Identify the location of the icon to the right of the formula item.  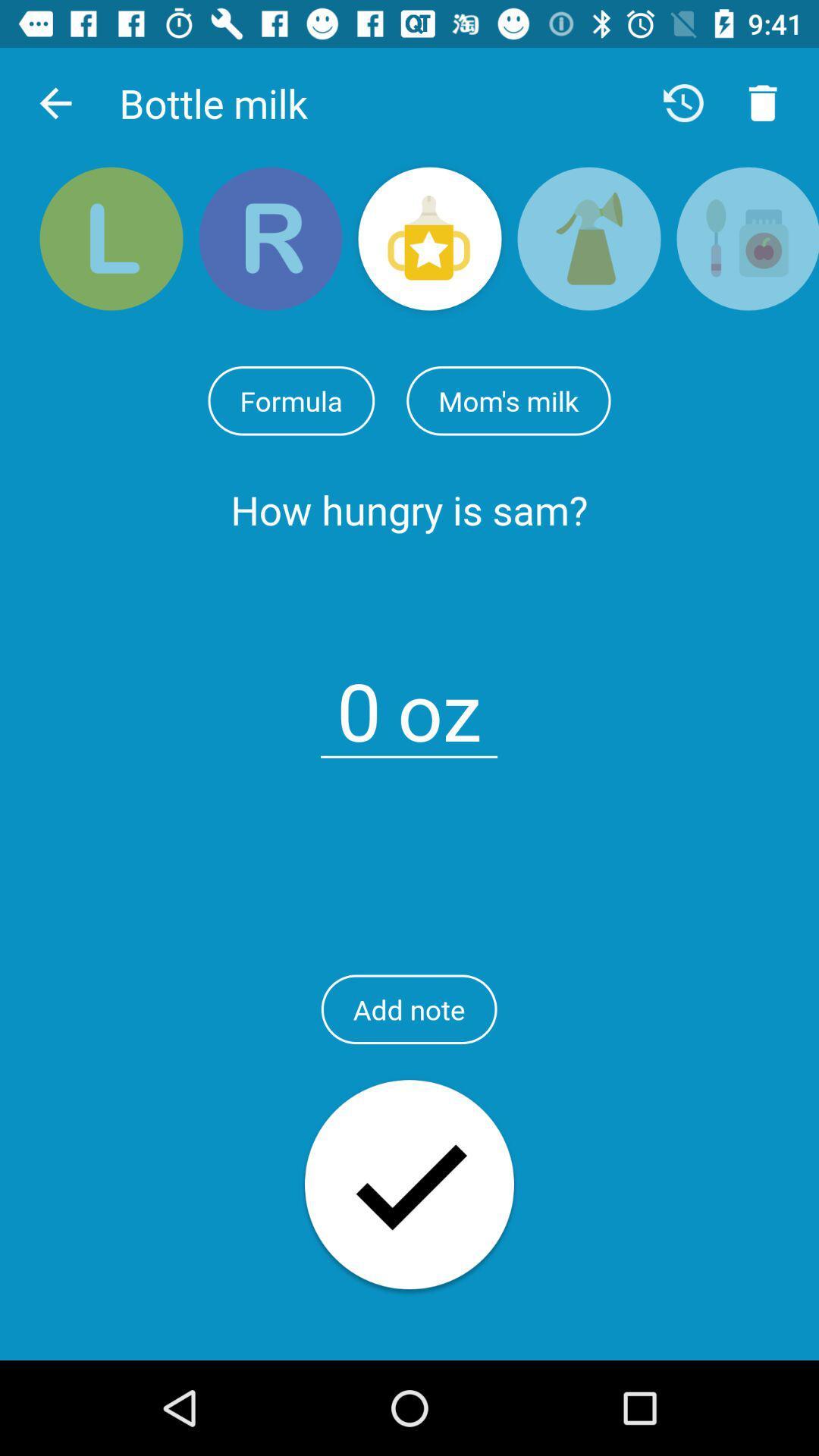
(508, 400).